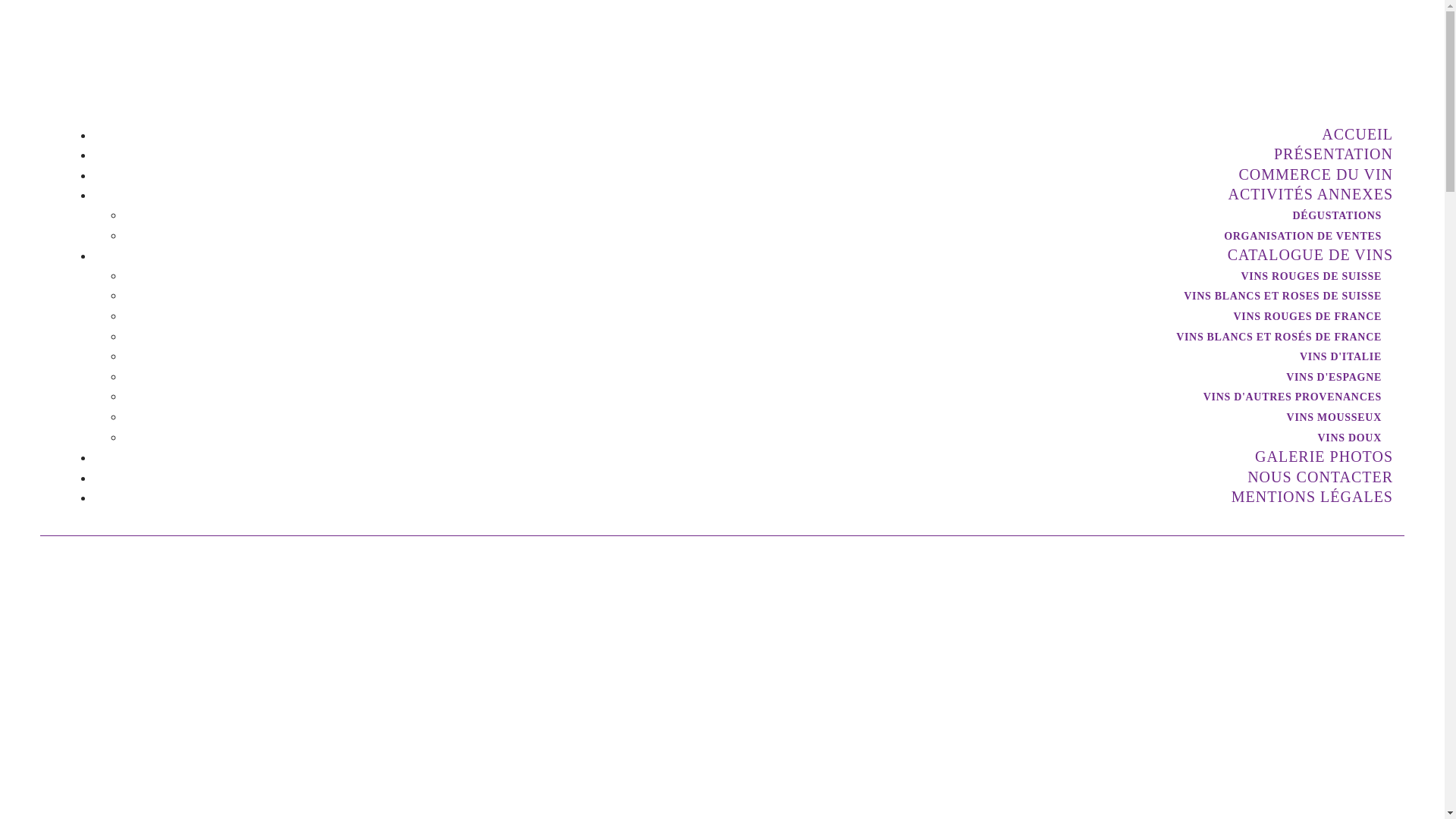 The height and width of the screenshot is (819, 1456). I want to click on 'VINS D'ESPAGNE', so click(1329, 376).